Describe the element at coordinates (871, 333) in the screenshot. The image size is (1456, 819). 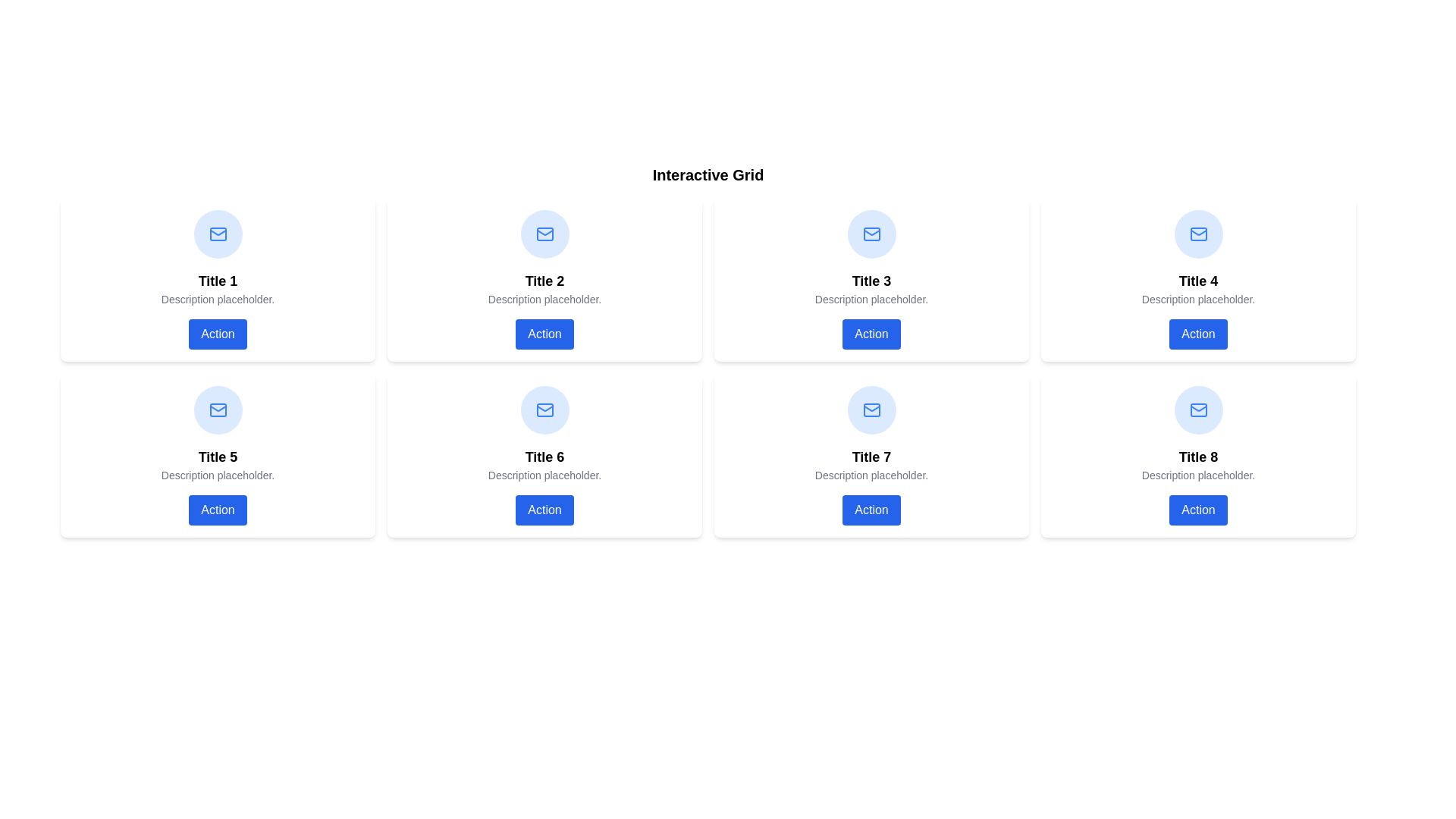
I see `the button located in the bottom section of the card titled 'Title 3', positioned in the third column of the first row in the grid layout to observe any hover effects` at that location.